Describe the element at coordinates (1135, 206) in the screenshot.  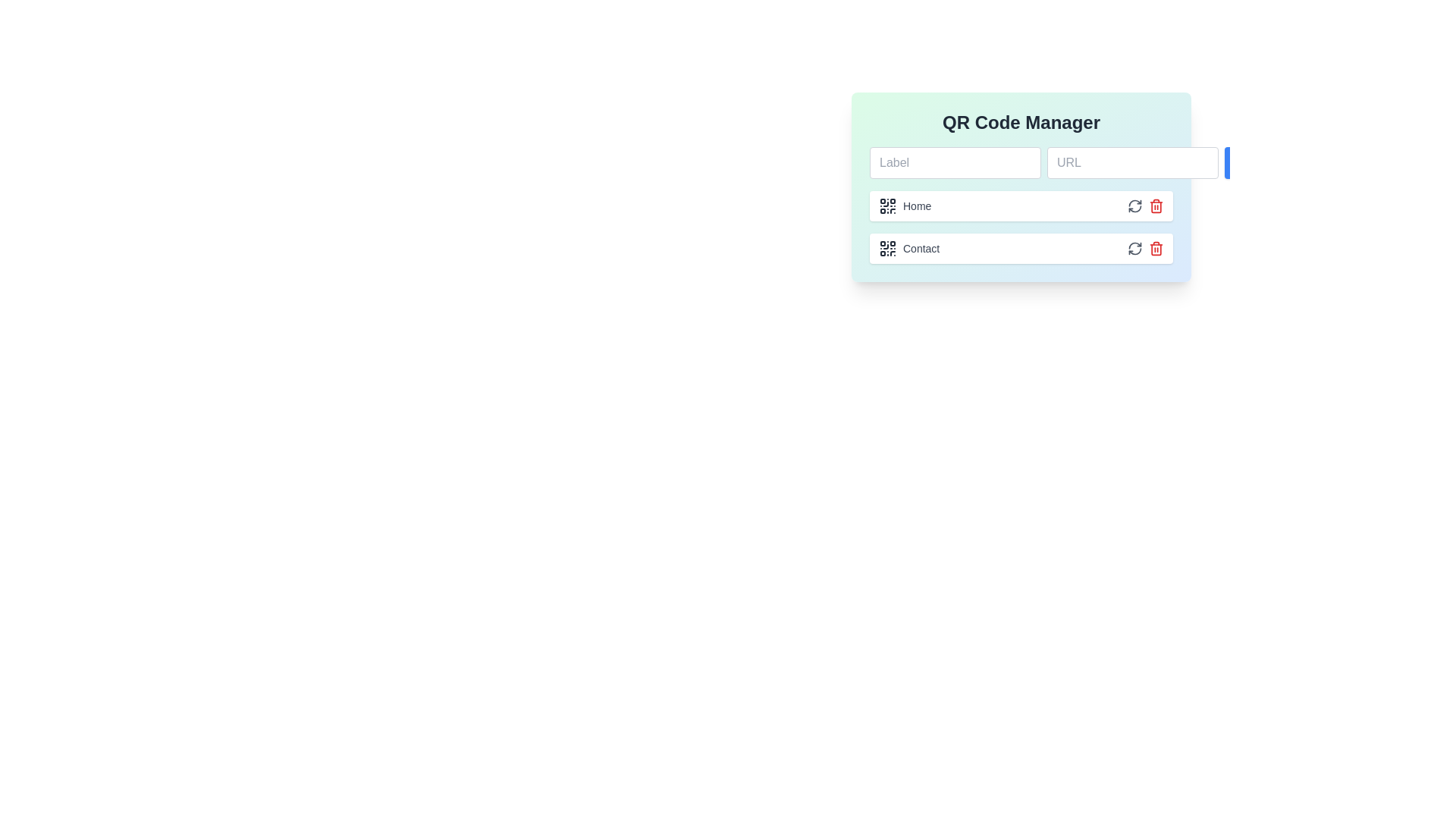
I see `the refresh icon button, which is styled in gray and changes to a darker color on hover. It is the first icon in the row of controls within the 'Home' entry of the QR Code Manager interface` at that location.